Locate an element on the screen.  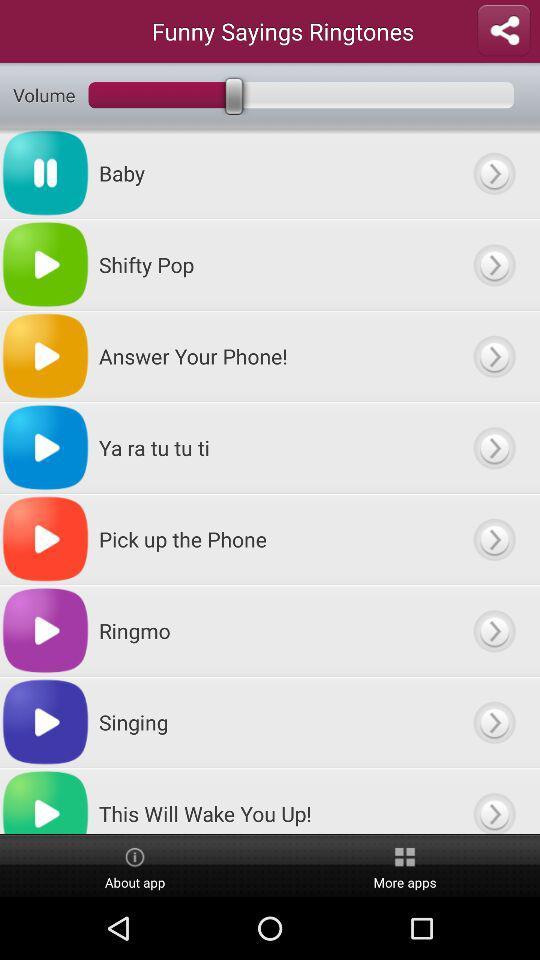
ringtone is located at coordinates (493, 263).